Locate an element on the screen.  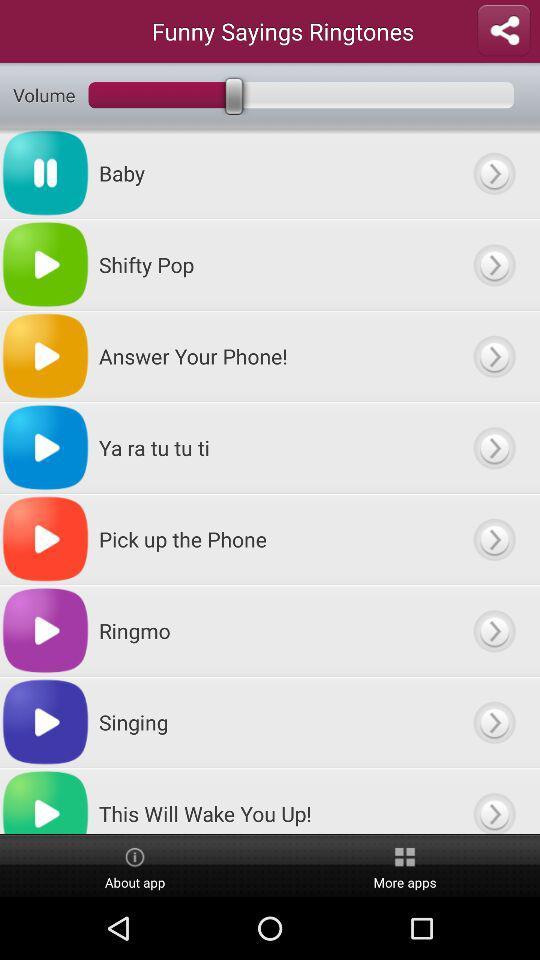
ringtone is located at coordinates (493, 263).